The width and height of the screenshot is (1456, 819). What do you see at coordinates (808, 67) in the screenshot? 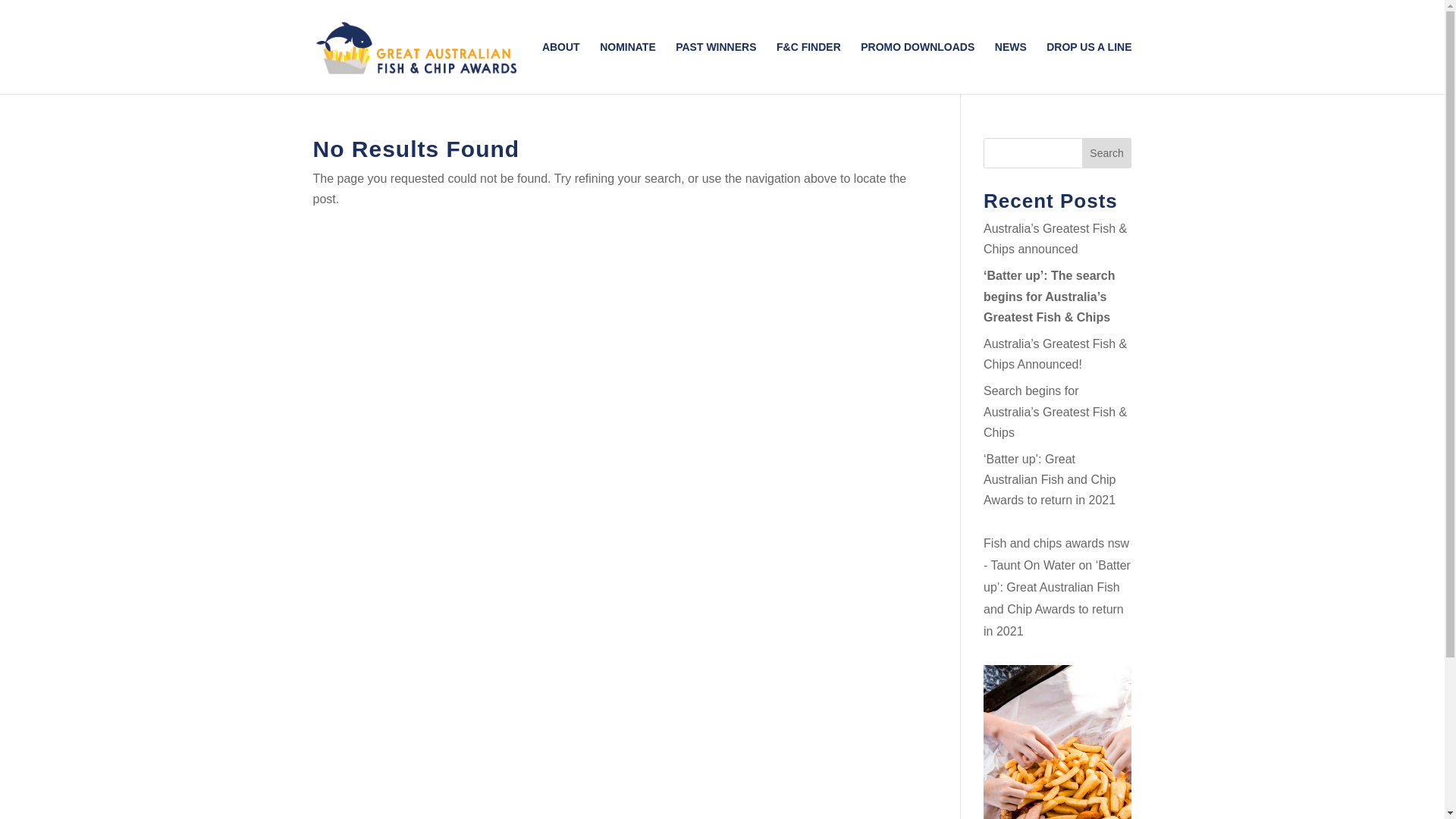
I see `'F&C FINDER'` at bounding box center [808, 67].